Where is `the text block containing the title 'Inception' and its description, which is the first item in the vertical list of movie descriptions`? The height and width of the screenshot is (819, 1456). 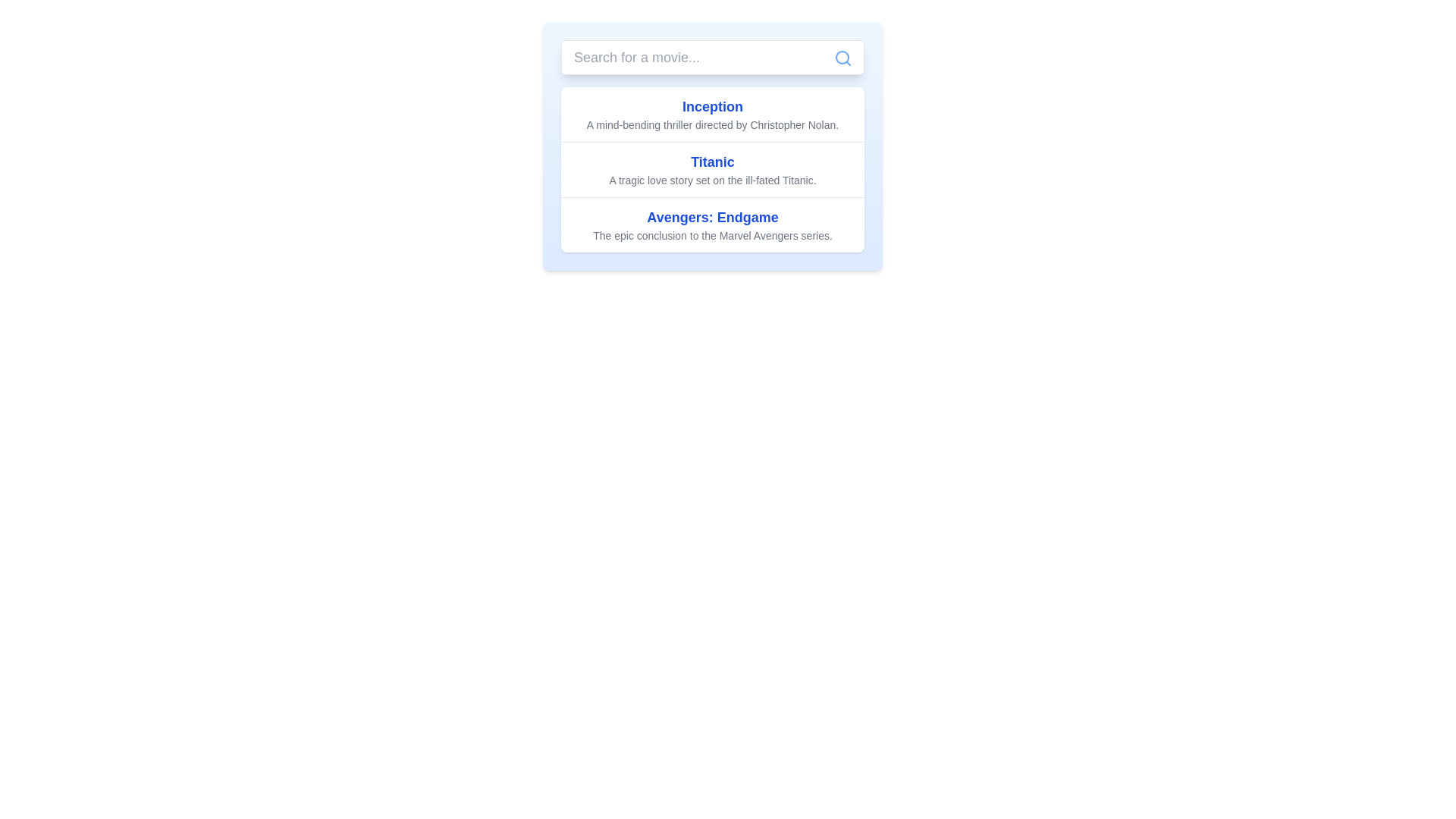 the text block containing the title 'Inception' and its description, which is the first item in the vertical list of movie descriptions is located at coordinates (712, 113).